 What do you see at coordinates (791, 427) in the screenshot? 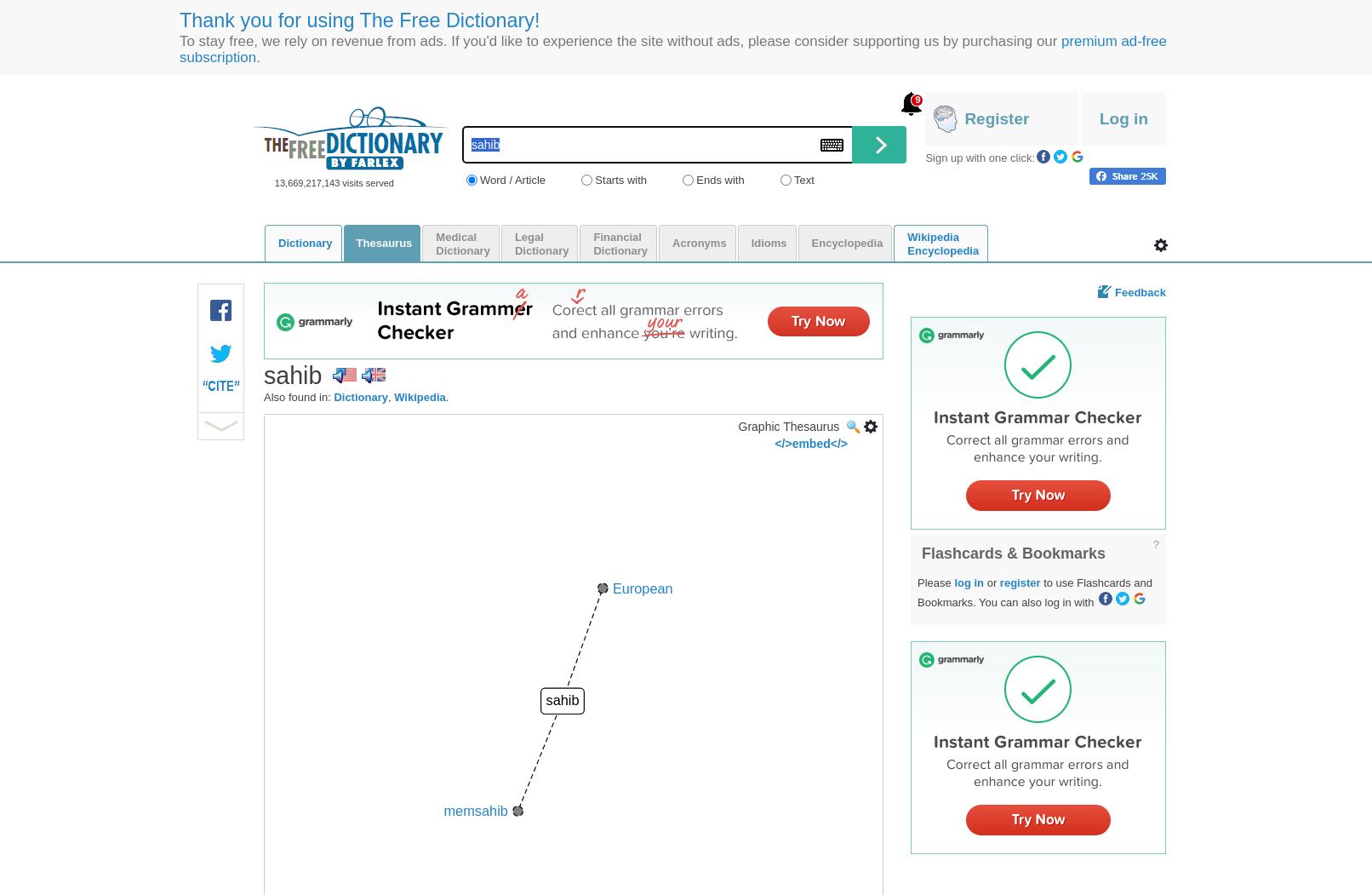
I see `'Graphic Thesaurus'` at bounding box center [791, 427].